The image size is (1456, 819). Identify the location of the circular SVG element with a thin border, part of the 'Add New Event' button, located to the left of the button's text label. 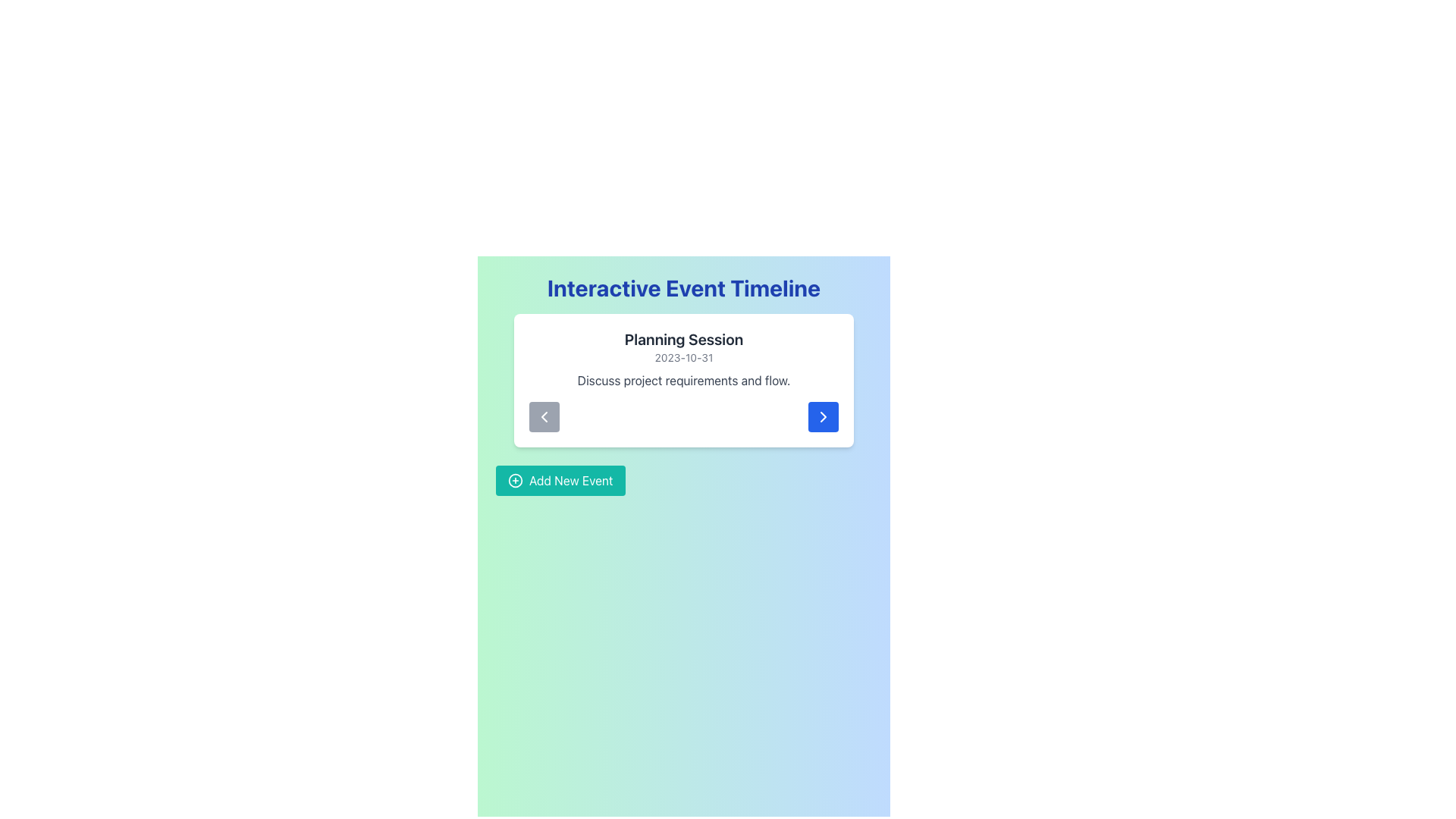
(516, 480).